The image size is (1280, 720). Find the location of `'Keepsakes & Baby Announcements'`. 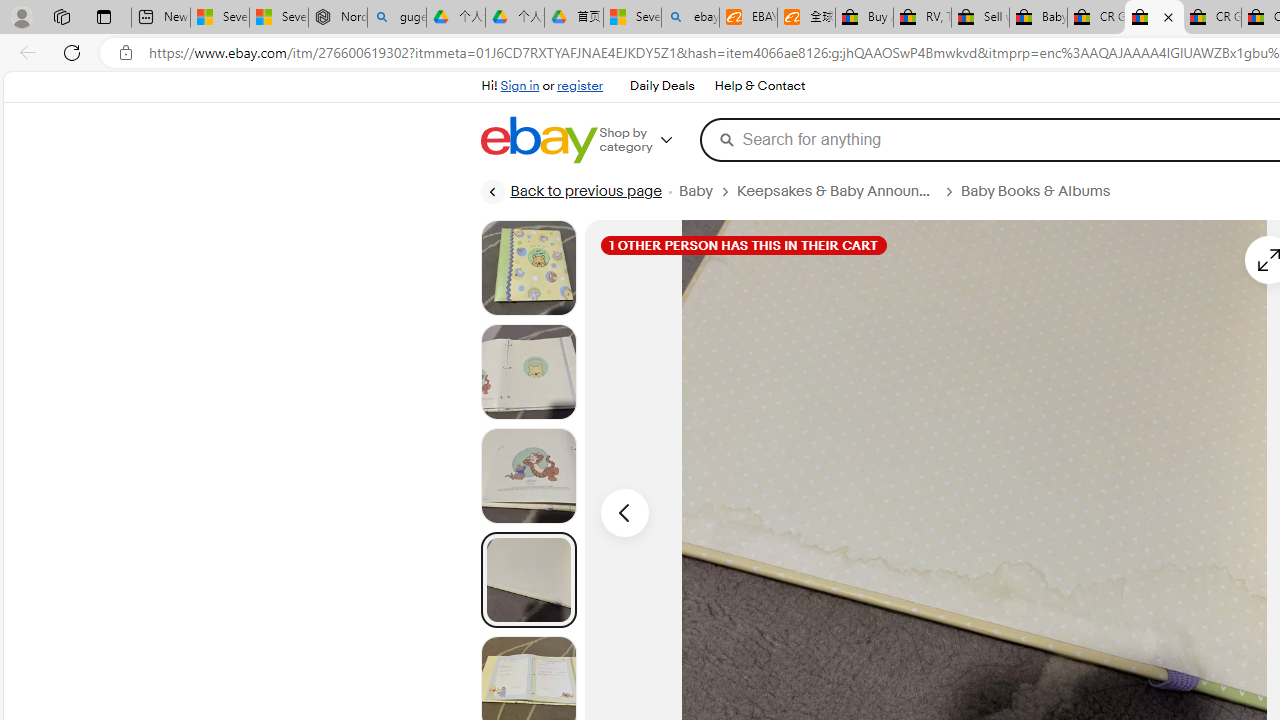

'Keepsakes & Baby Announcements' is located at coordinates (836, 191).